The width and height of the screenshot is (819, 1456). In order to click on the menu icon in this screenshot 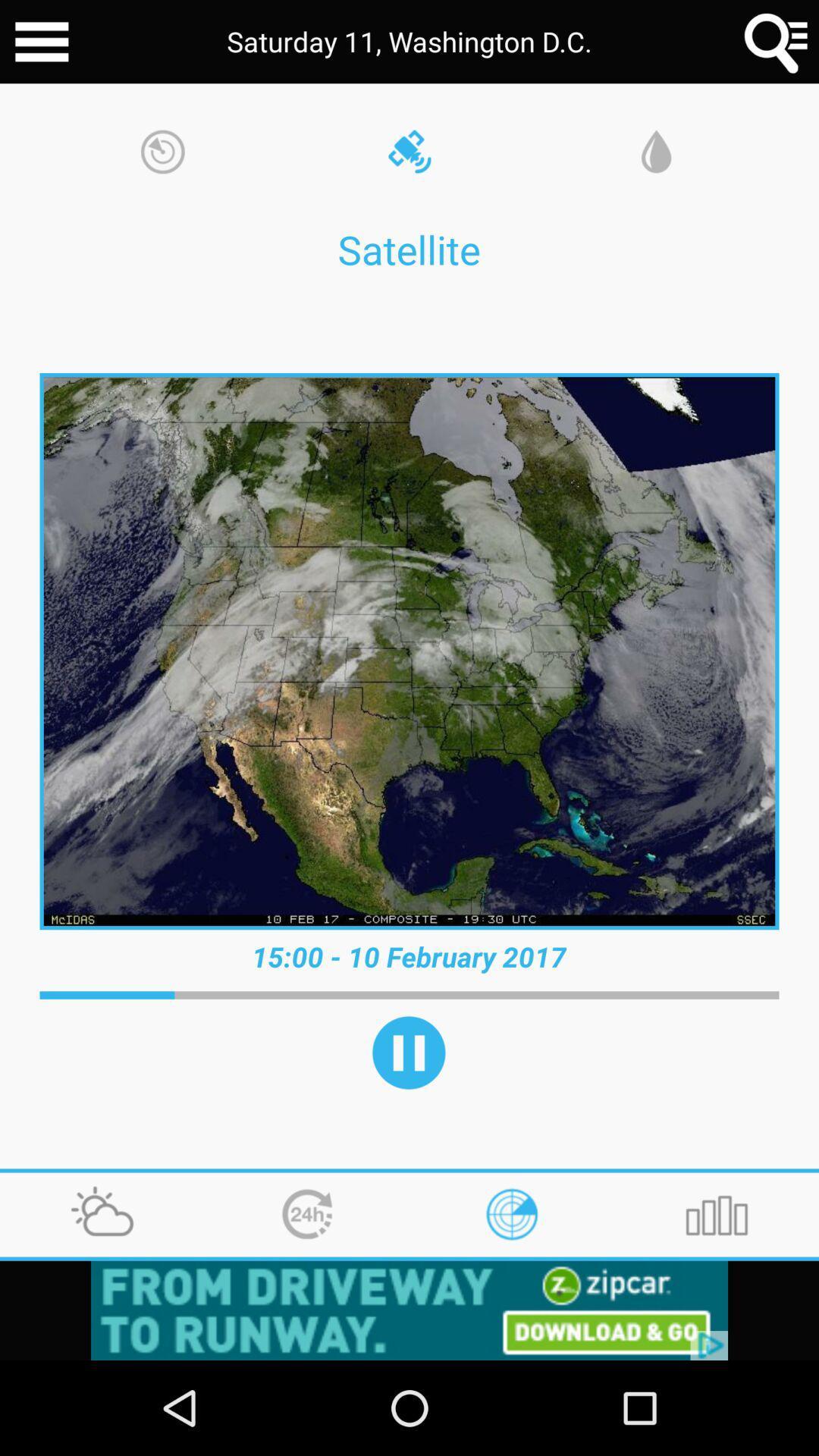, I will do `click(41, 44)`.